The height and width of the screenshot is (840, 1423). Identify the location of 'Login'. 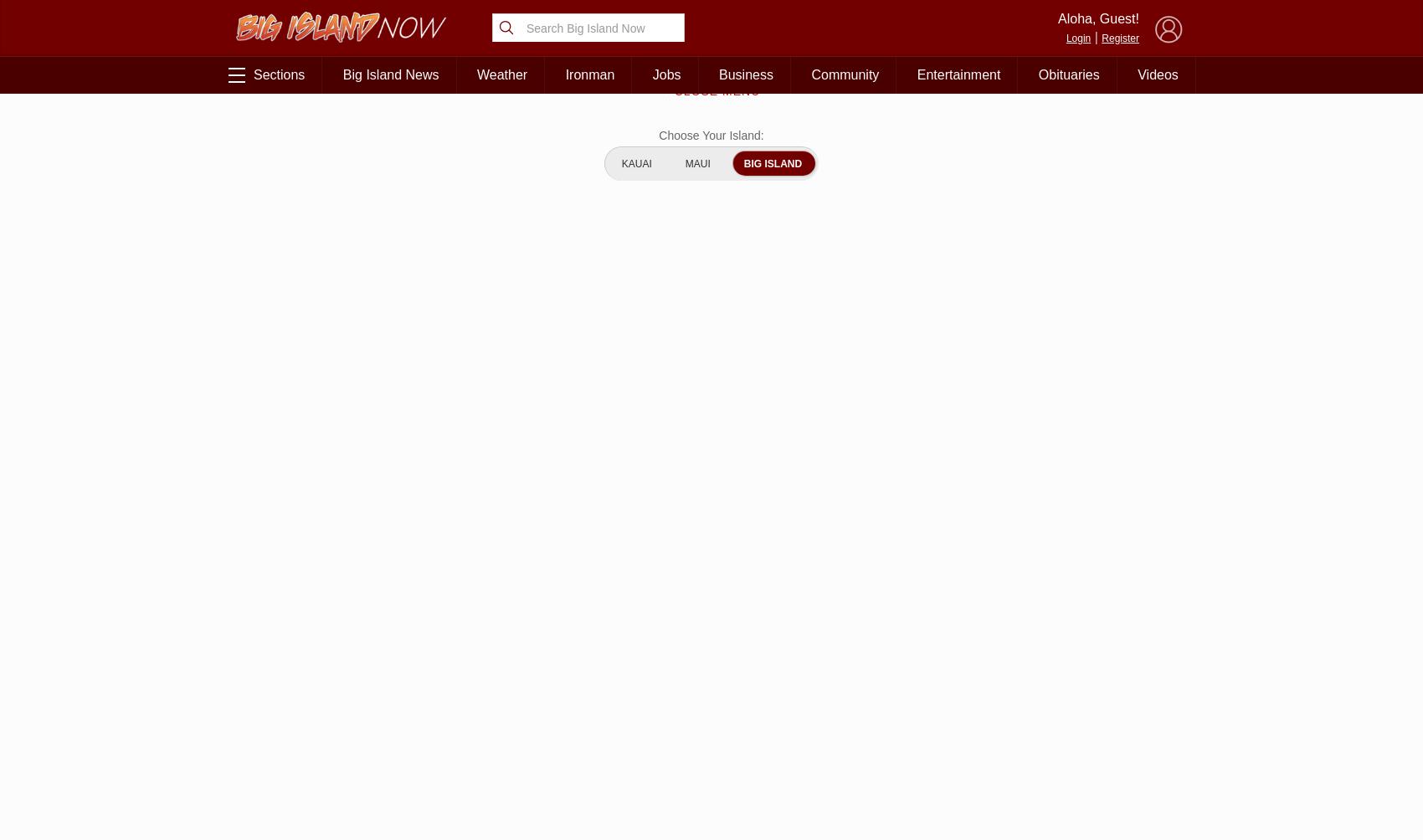
(1077, 37).